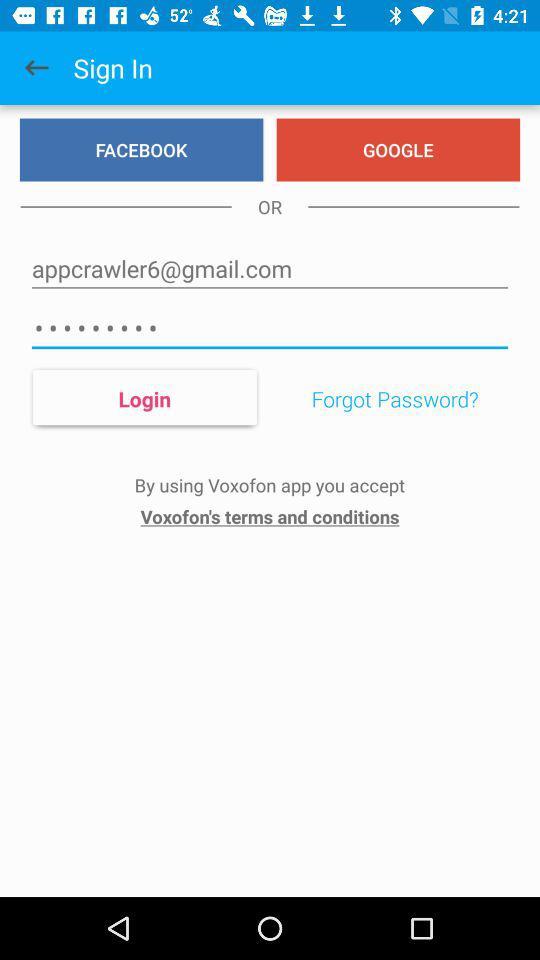 This screenshot has width=540, height=960. What do you see at coordinates (270, 268) in the screenshot?
I see `the appcrawler6@gmail.com item` at bounding box center [270, 268].